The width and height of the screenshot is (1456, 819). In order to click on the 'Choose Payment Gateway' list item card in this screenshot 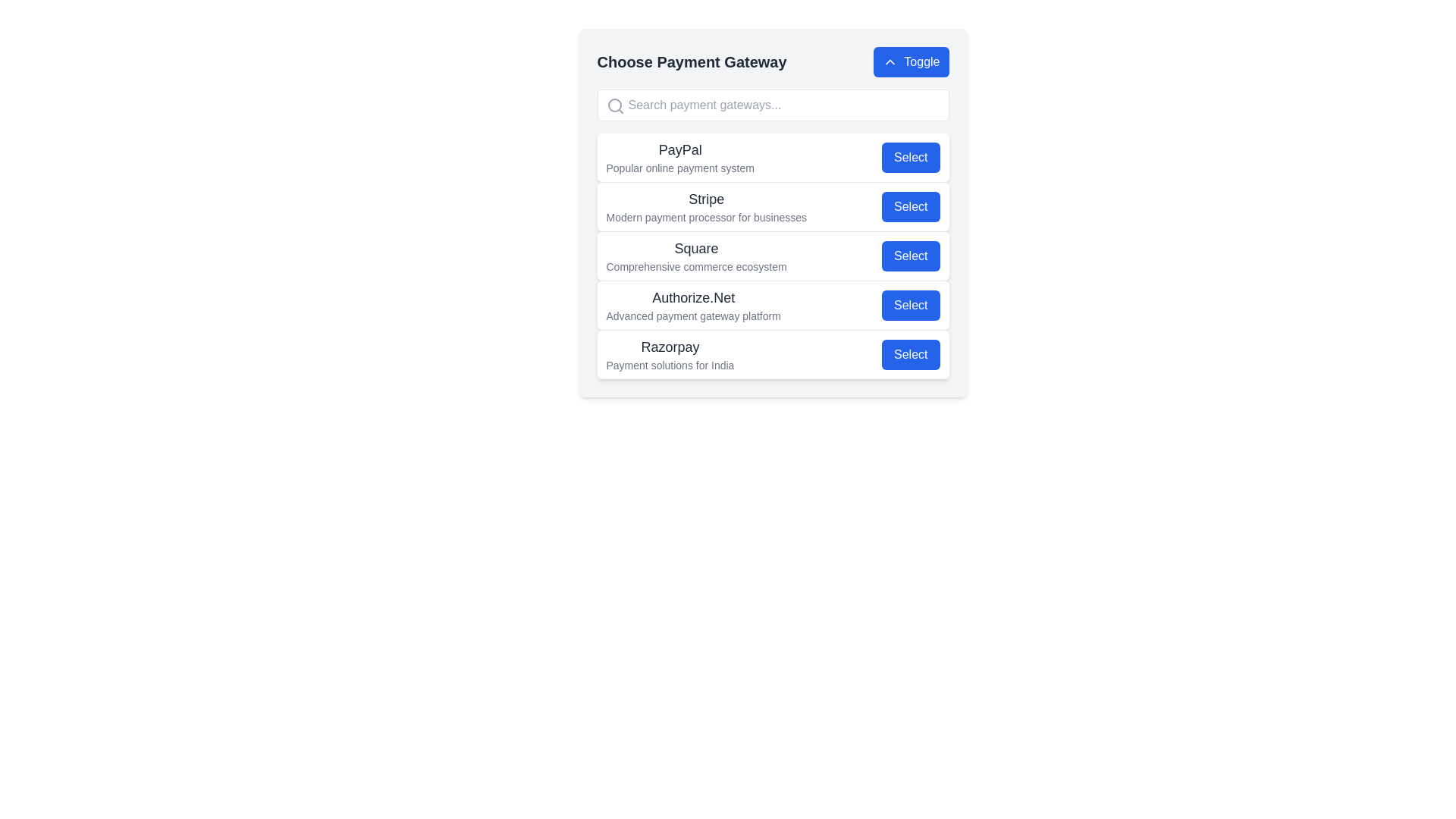, I will do `click(773, 213)`.